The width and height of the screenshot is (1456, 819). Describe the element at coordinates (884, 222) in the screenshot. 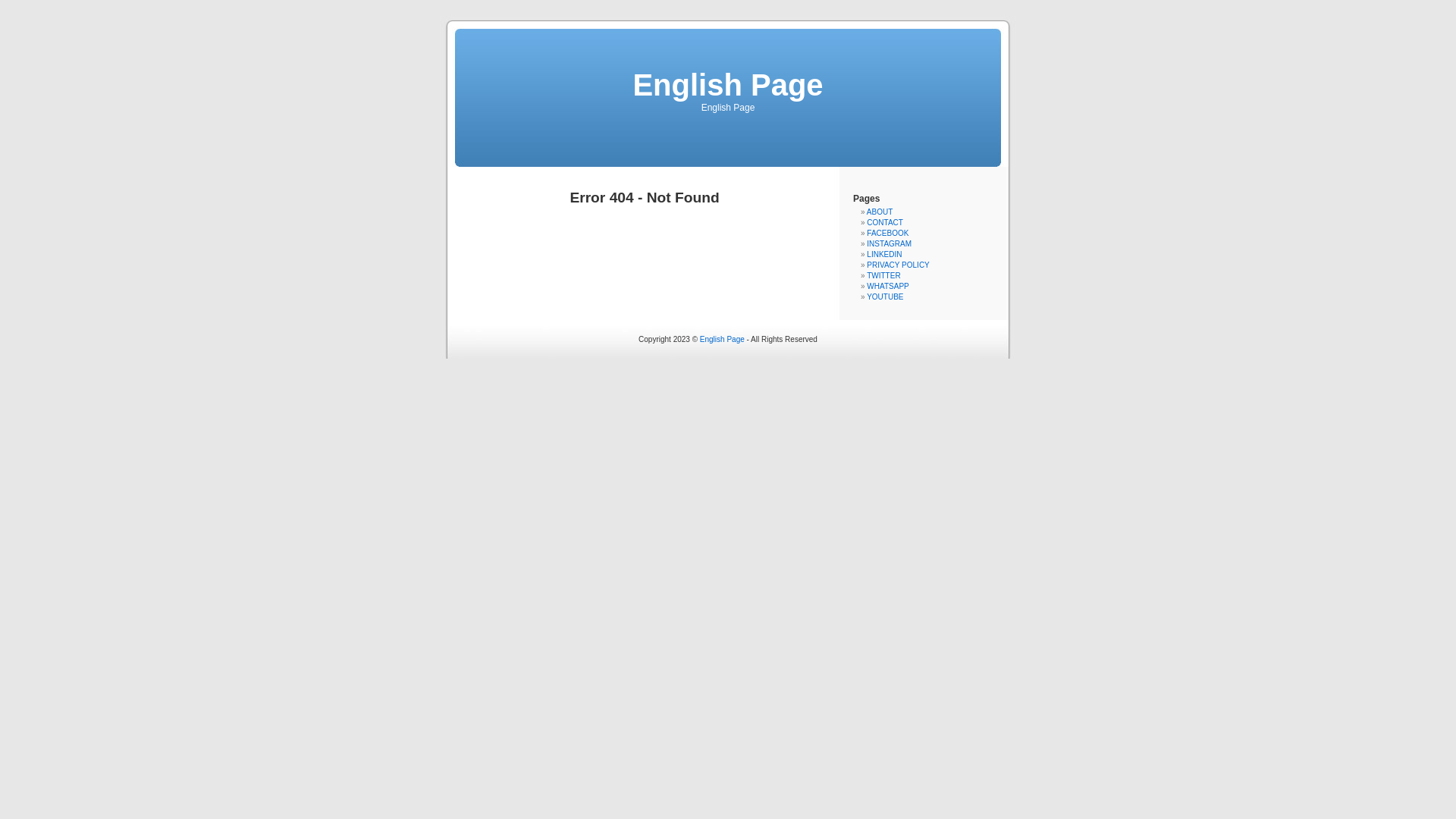

I see `'CONTACT'` at that location.